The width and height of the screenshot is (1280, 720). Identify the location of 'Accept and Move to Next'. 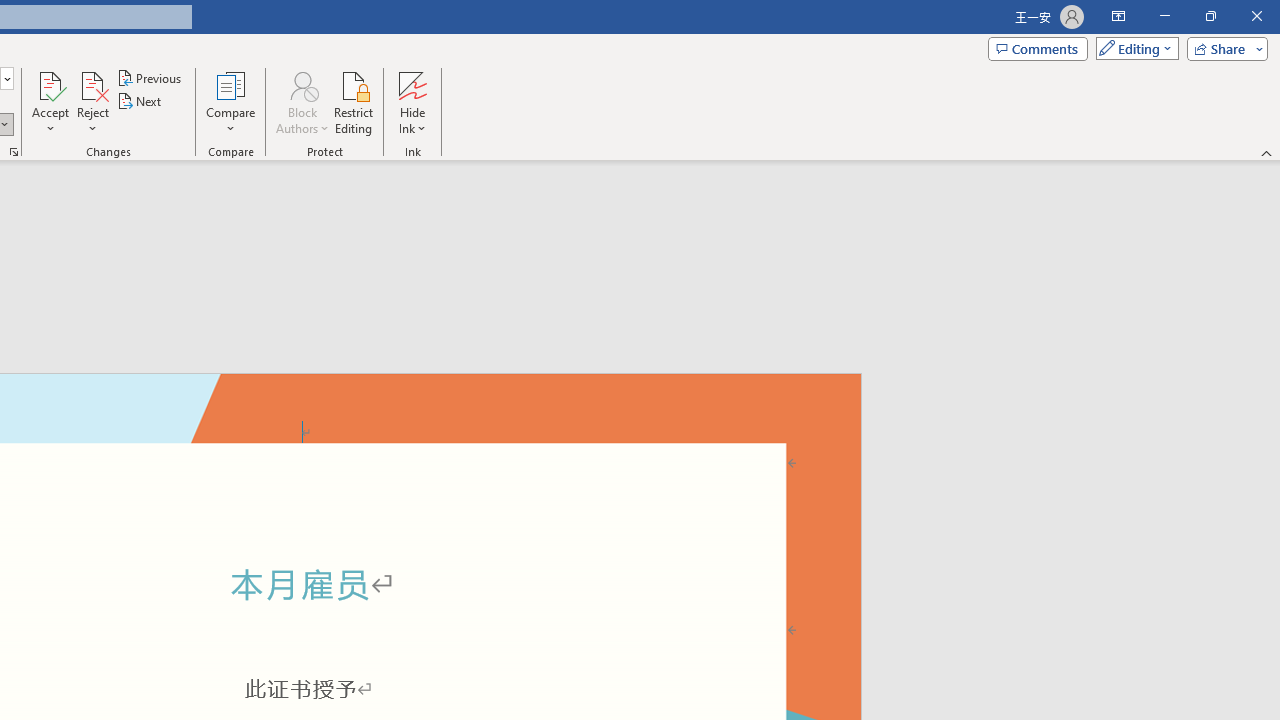
(50, 84).